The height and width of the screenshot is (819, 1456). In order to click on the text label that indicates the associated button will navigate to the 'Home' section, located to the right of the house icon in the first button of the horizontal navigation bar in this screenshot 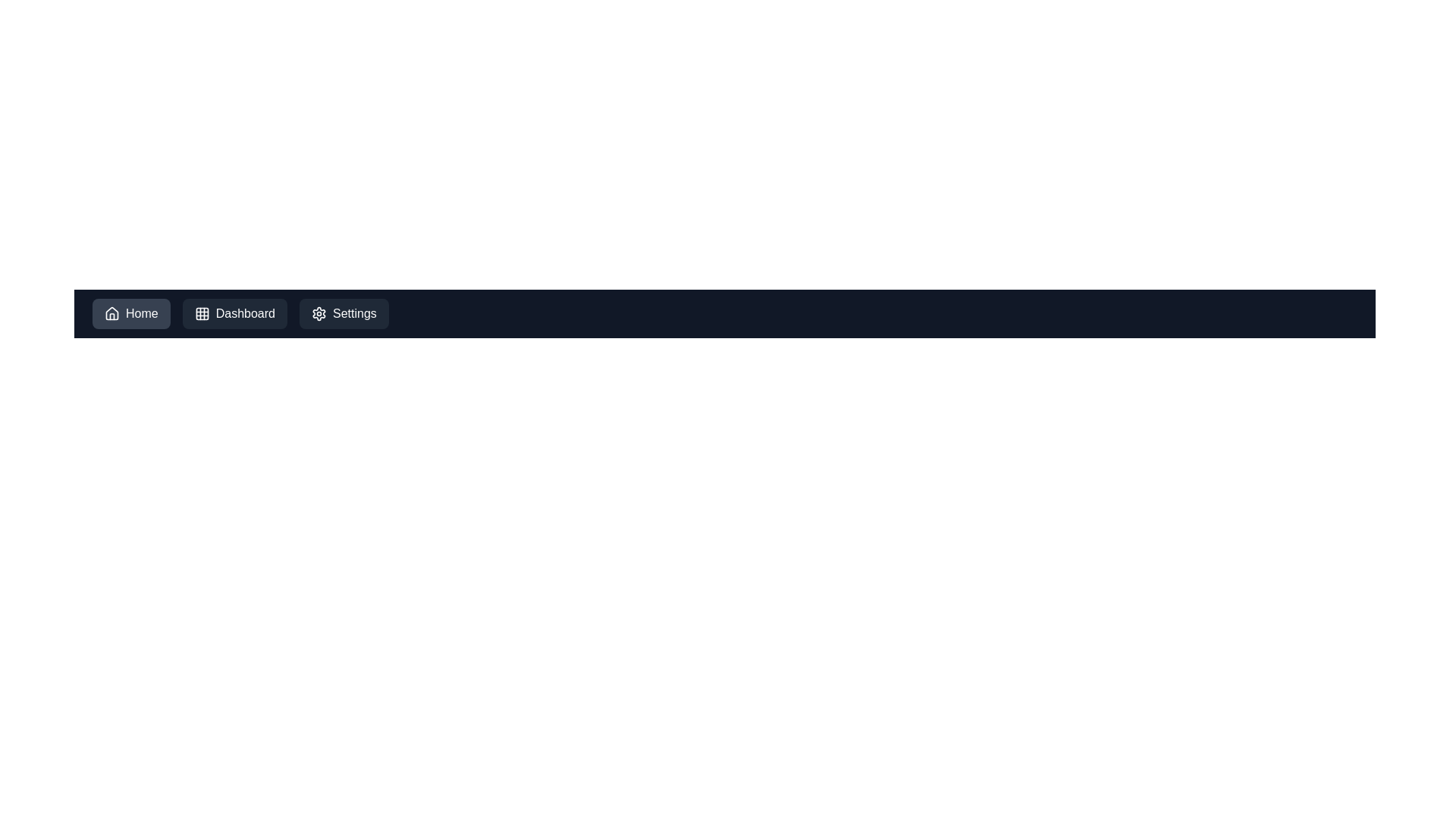, I will do `click(142, 312)`.